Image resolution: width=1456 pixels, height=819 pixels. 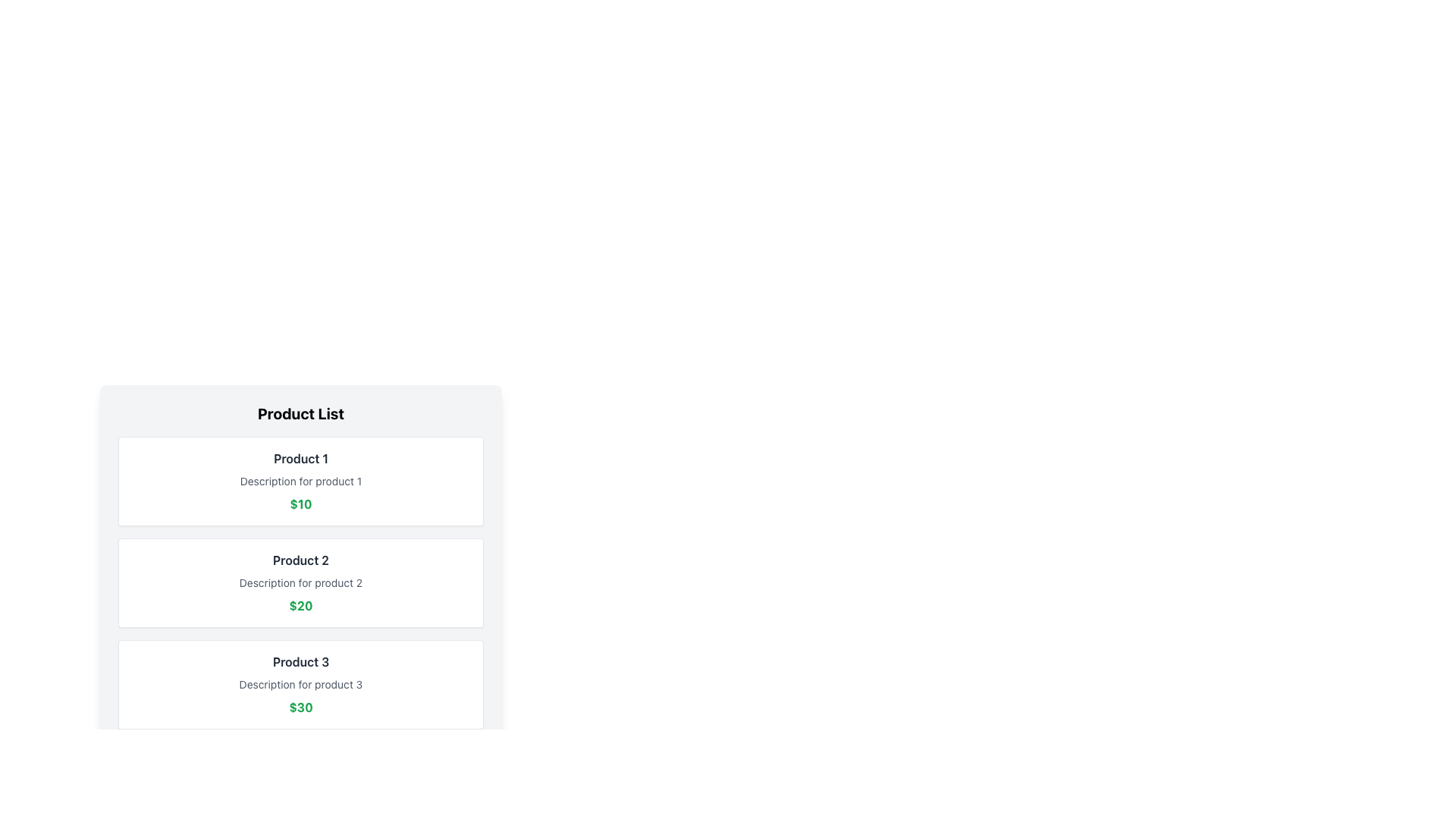 What do you see at coordinates (301, 482) in the screenshot?
I see `the first card in the product list, which displays 'Product 1', 'Description for product 1', and '$10'` at bounding box center [301, 482].